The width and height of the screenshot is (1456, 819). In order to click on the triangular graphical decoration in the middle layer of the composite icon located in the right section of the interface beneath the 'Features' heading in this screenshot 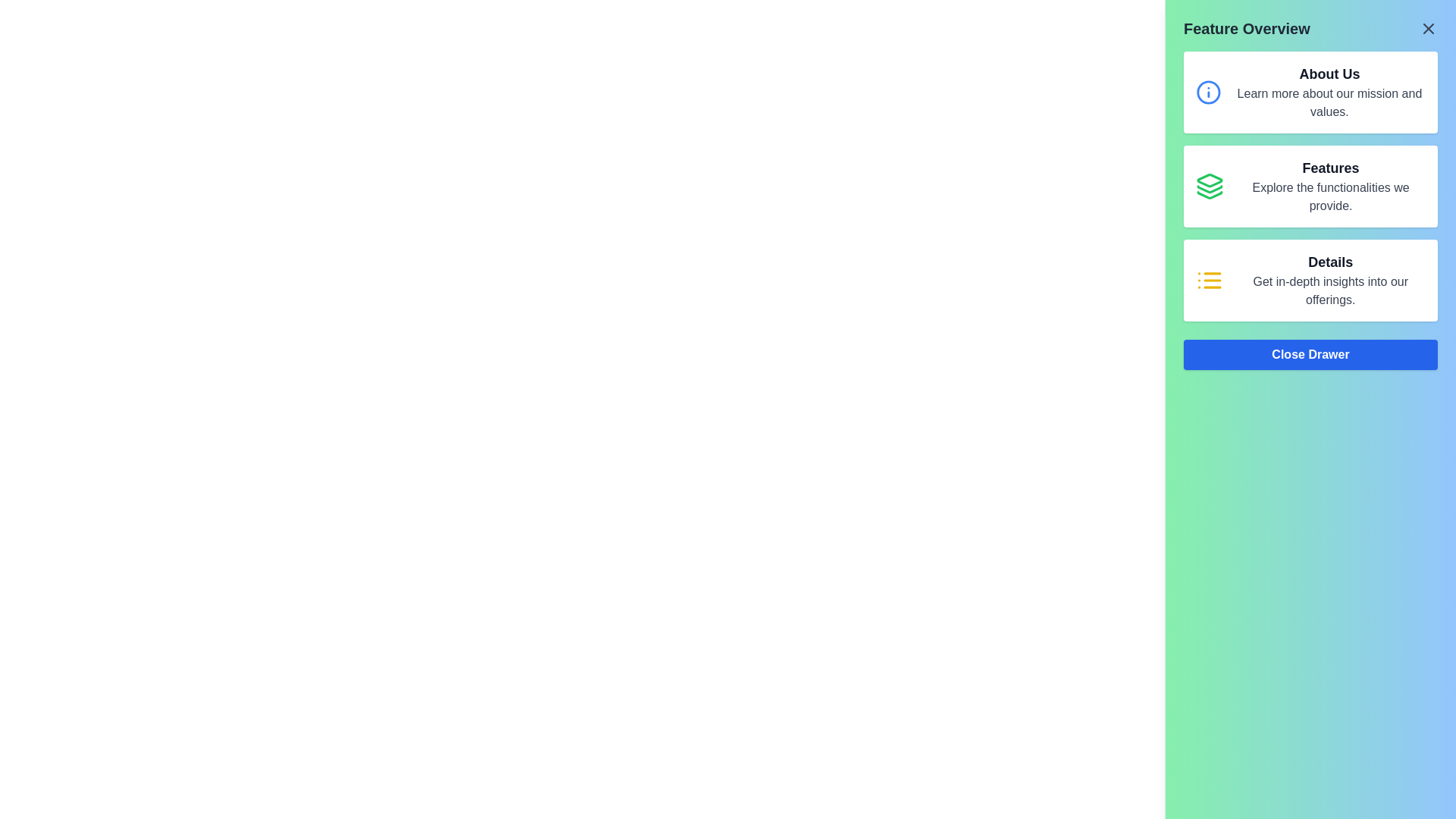, I will do `click(1209, 188)`.